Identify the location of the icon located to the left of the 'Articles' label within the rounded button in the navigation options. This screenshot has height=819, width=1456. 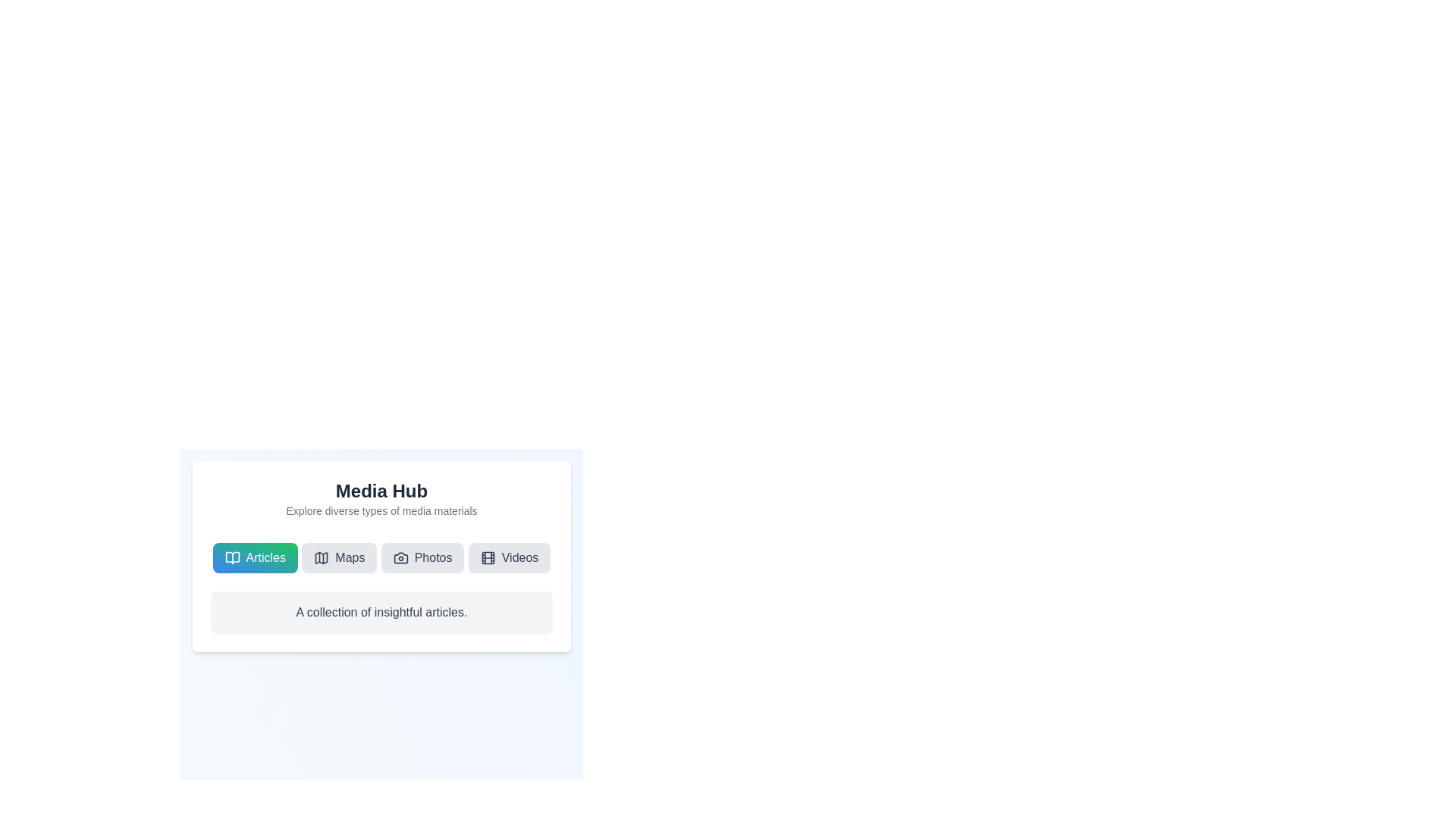
(231, 558).